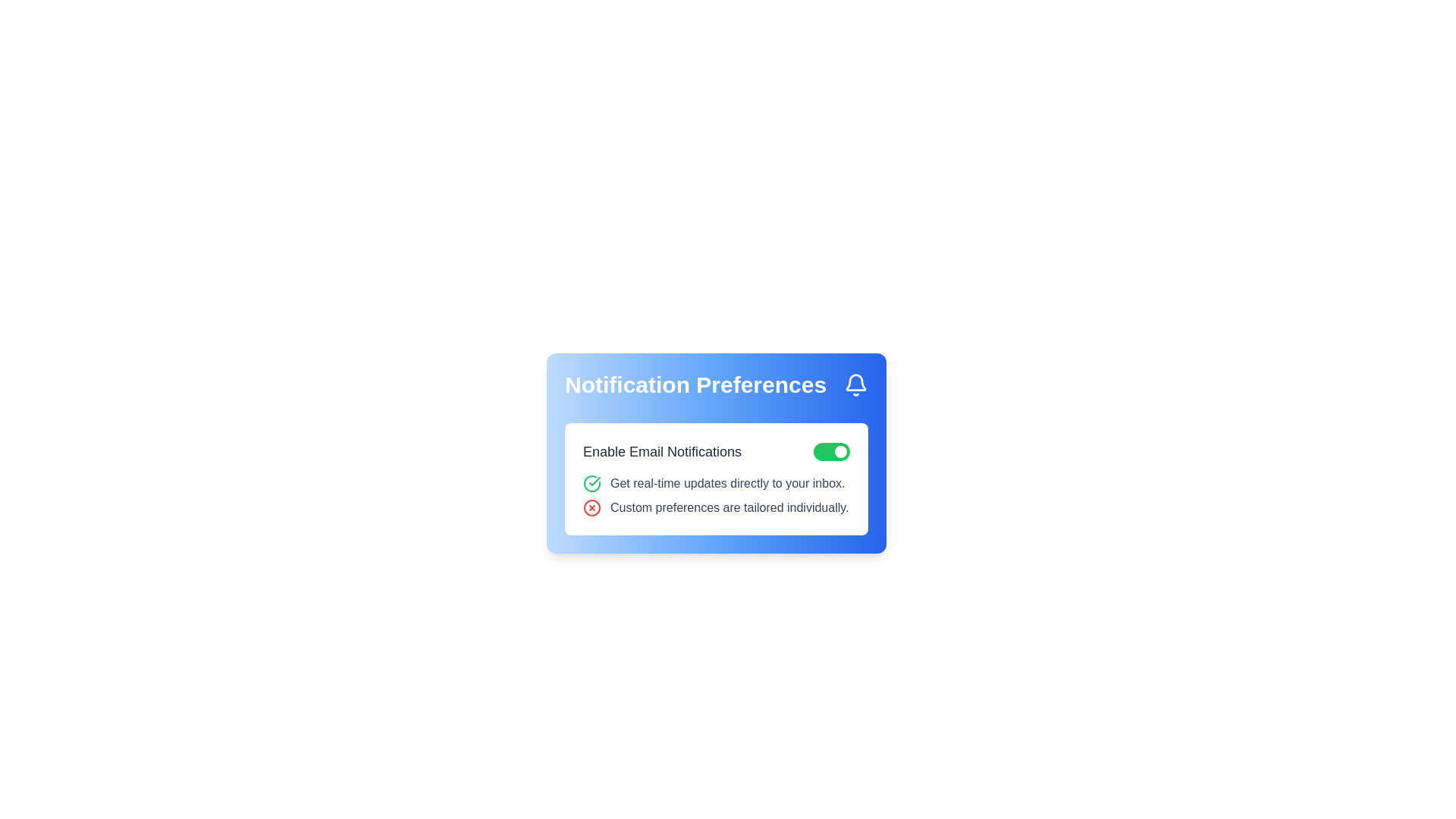 The width and height of the screenshot is (1456, 819). I want to click on the informational text regarding user customization preferences located in the 'Notification Preferences' section, positioned below the statement 'Get real-time updates directly, so click(716, 508).